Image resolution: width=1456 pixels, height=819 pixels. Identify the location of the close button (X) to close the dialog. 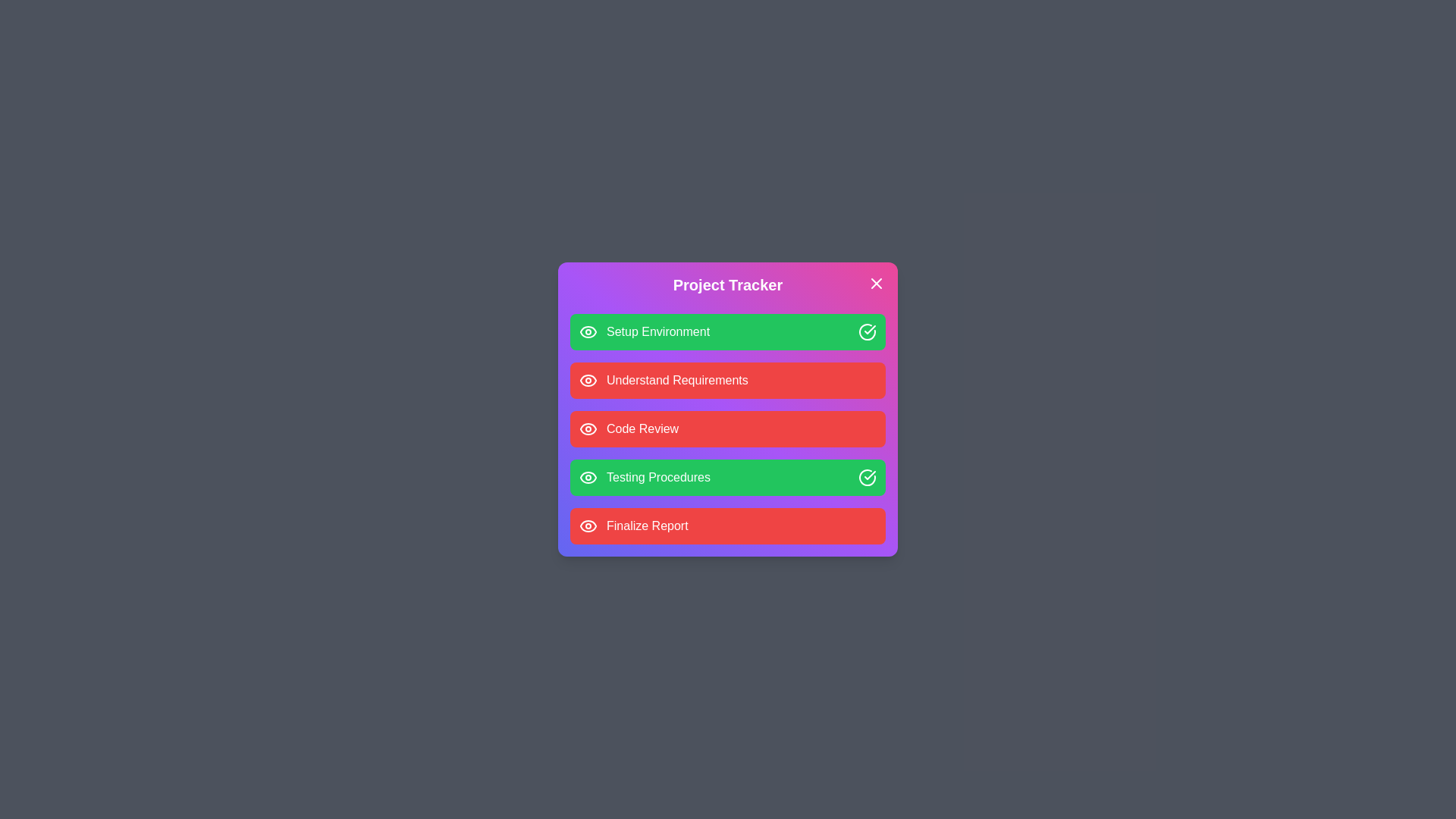
(877, 284).